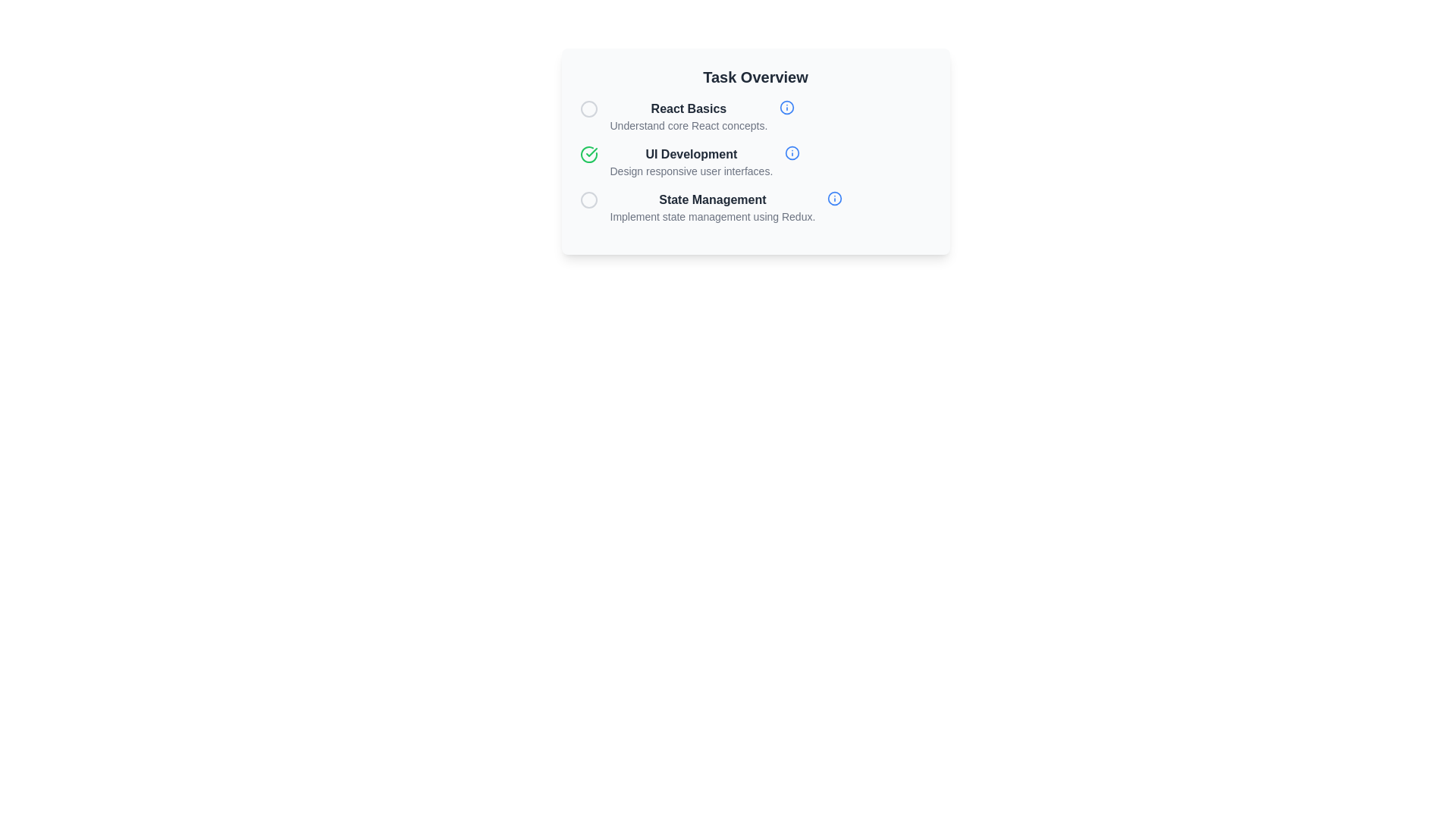  What do you see at coordinates (688, 108) in the screenshot?
I see `the 'React Basics' text label, which is the first item under the 'Task Overview' section, rendered in bold dark-gray font and visually separated from the descriptive line below` at bounding box center [688, 108].